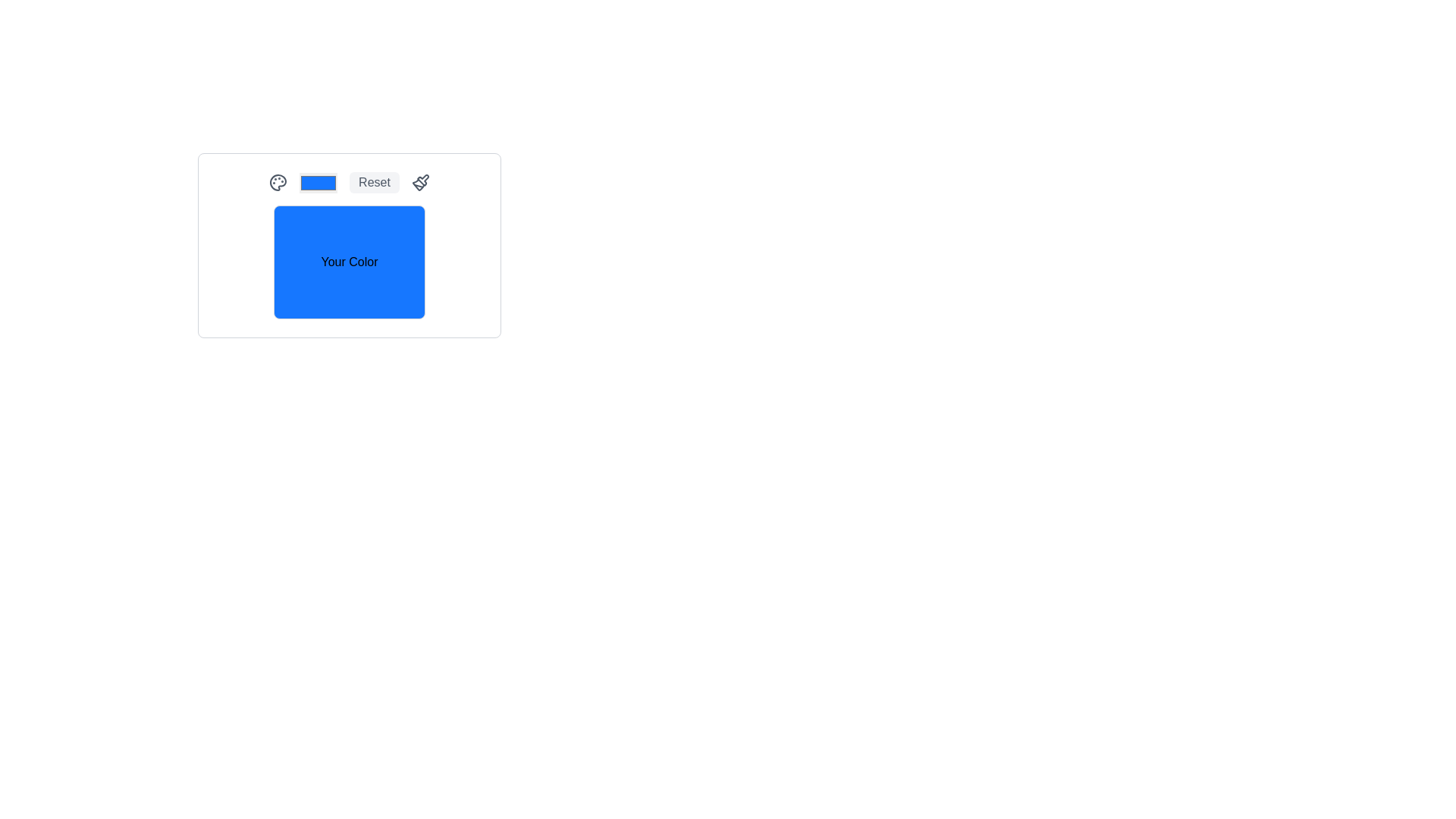  I want to click on the Color Picker Input, so click(318, 181).